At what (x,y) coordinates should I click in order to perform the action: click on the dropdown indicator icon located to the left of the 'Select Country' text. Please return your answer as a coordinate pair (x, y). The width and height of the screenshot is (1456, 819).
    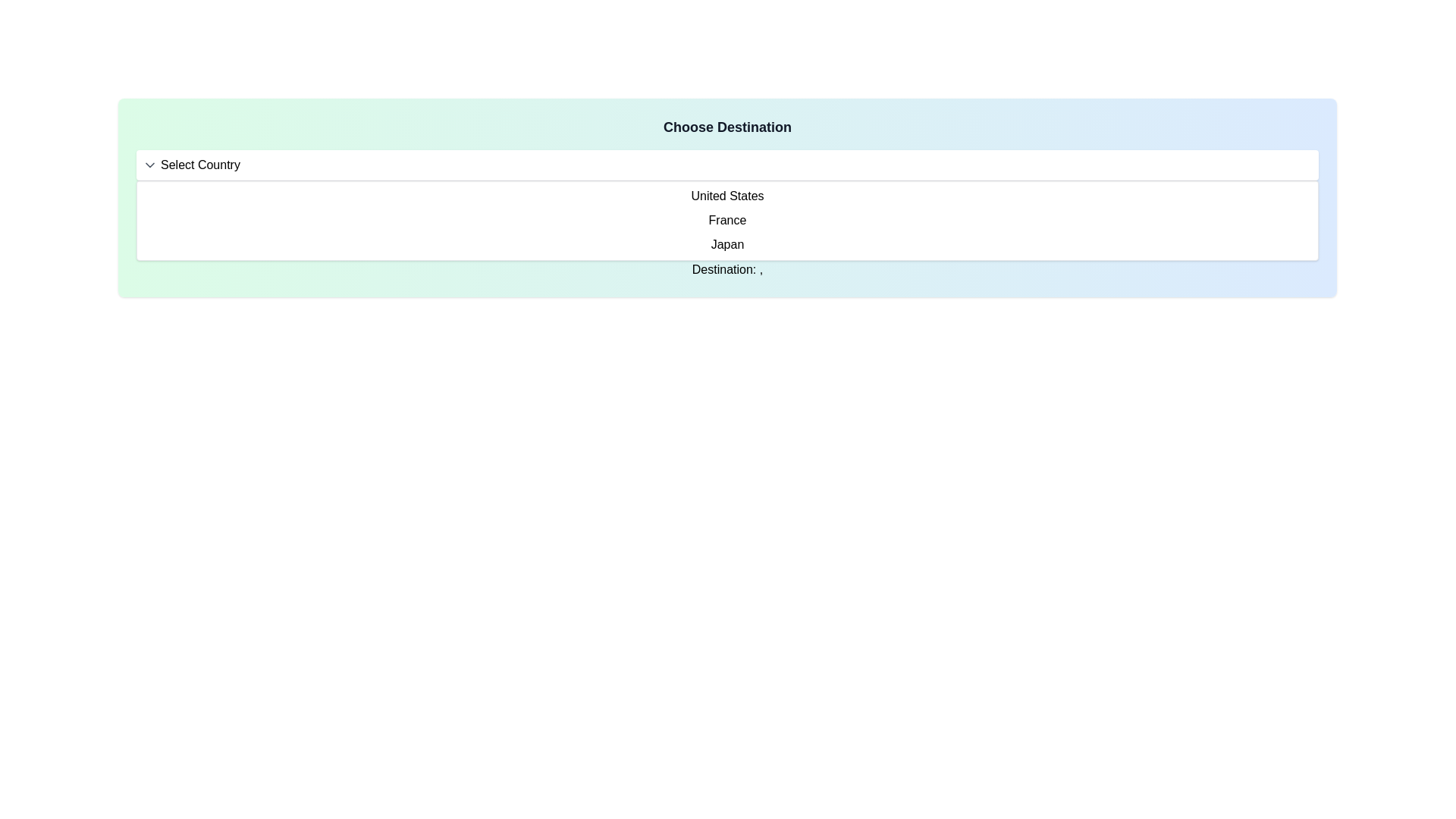
    Looking at the image, I should click on (149, 165).